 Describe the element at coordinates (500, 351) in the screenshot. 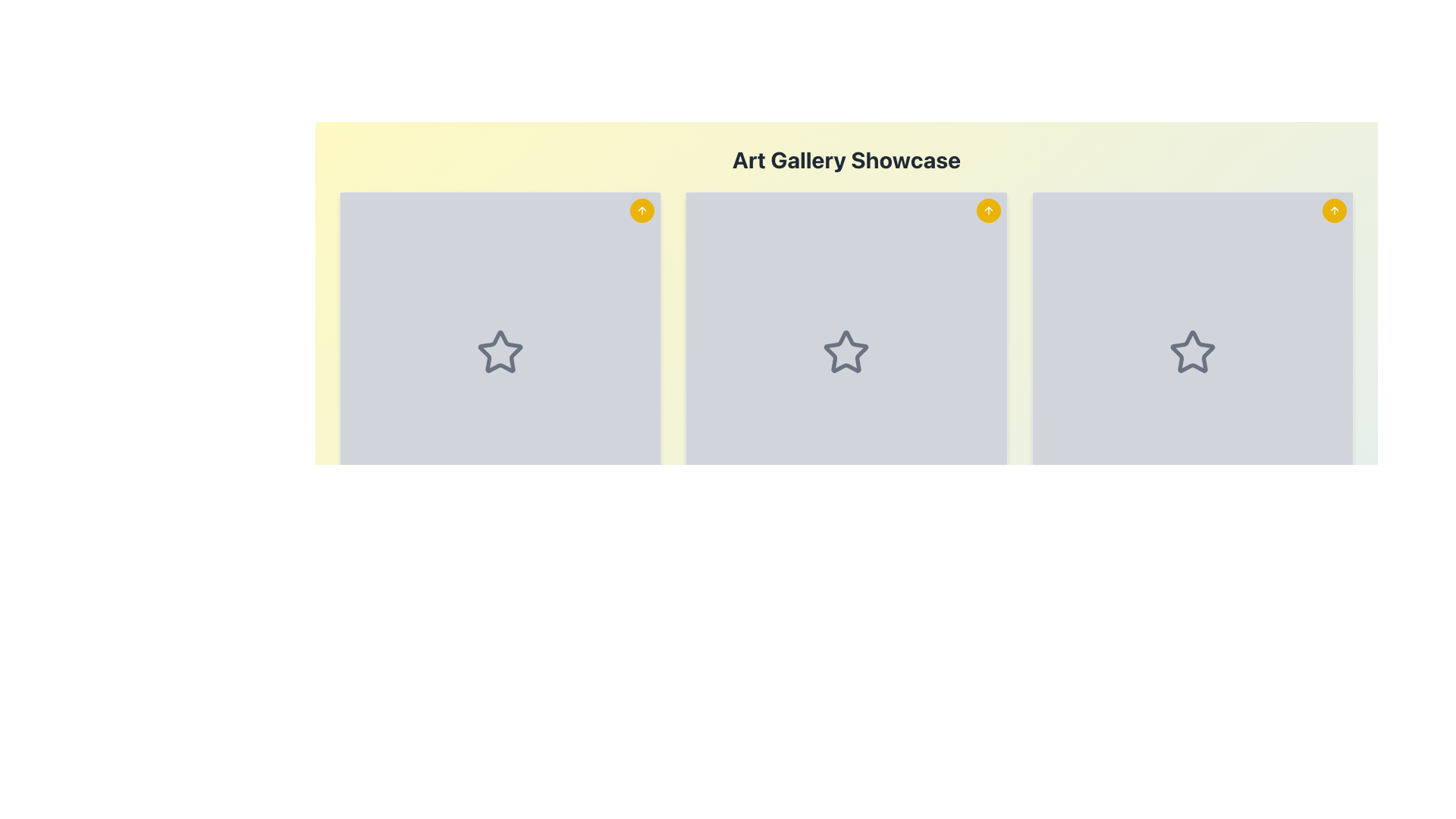

I see `the leftmost star-shaped icon with a gray outline in the Art Gallery Showcase` at that location.